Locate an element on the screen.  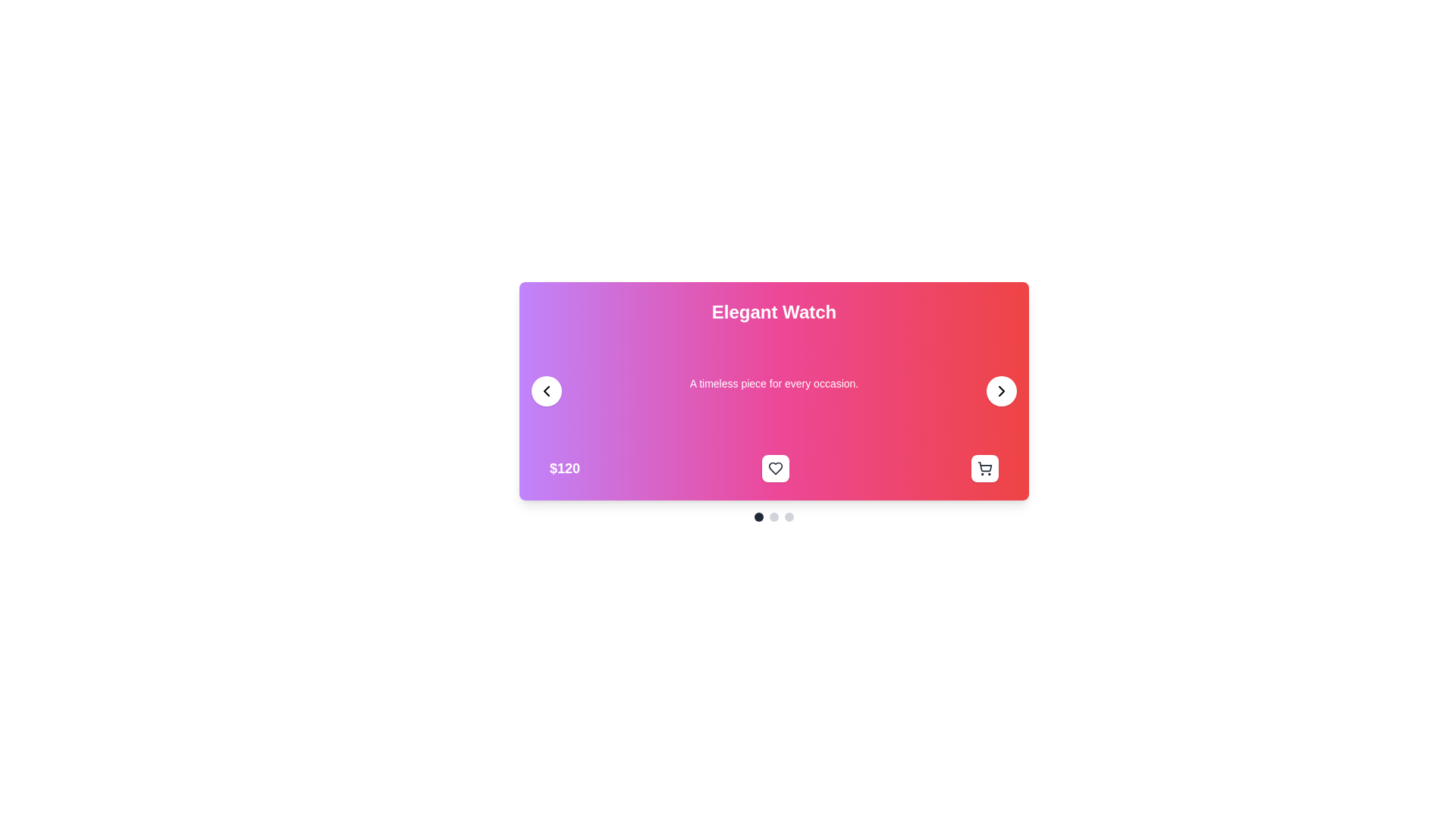
the circular button with a white background and a black left arrow icon is located at coordinates (546, 391).